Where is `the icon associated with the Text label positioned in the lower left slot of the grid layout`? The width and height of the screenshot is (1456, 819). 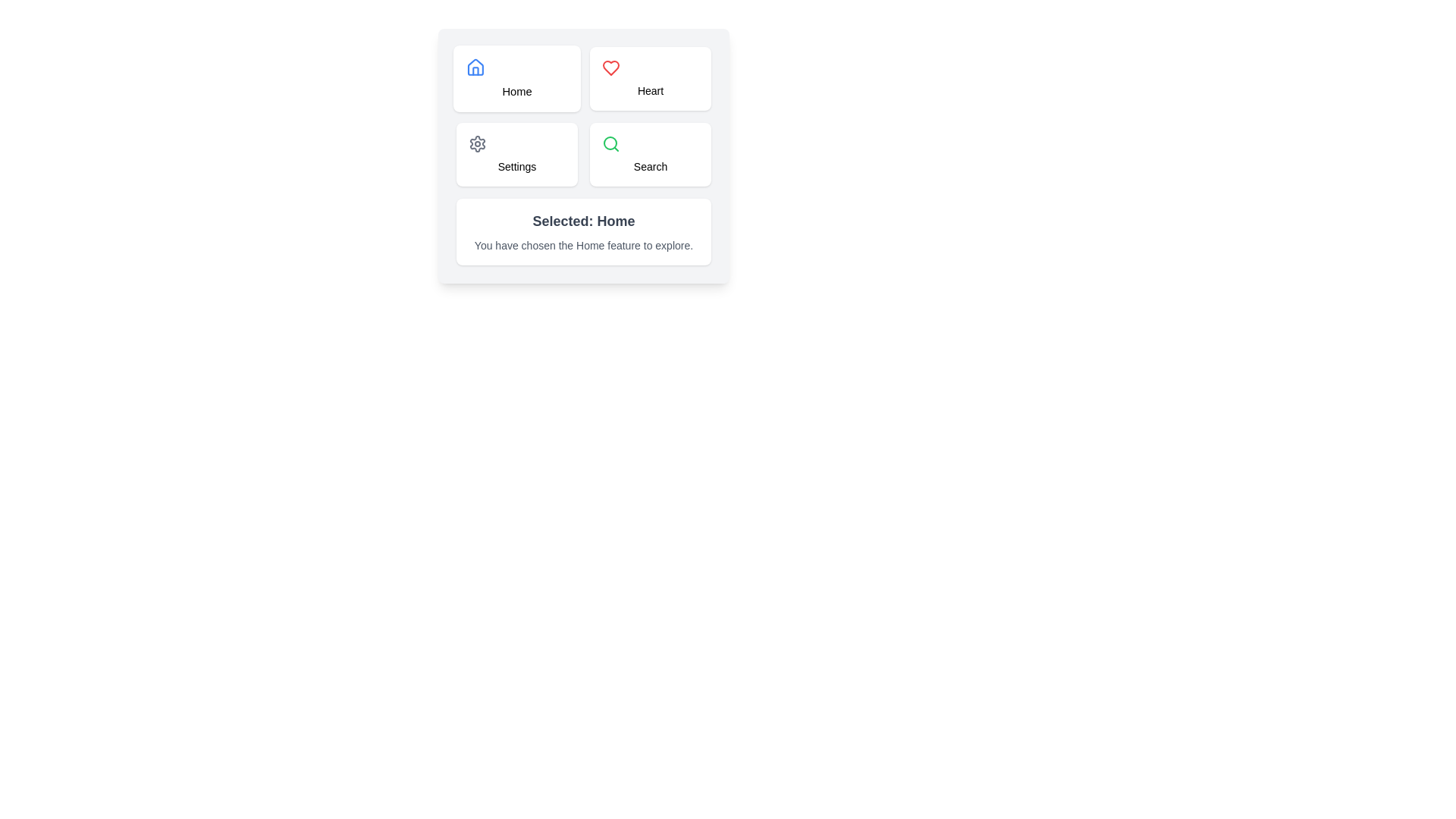 the icon associated with the Text label positioned in the lower left slot of the grid layout is located at coordinates (516, 166).